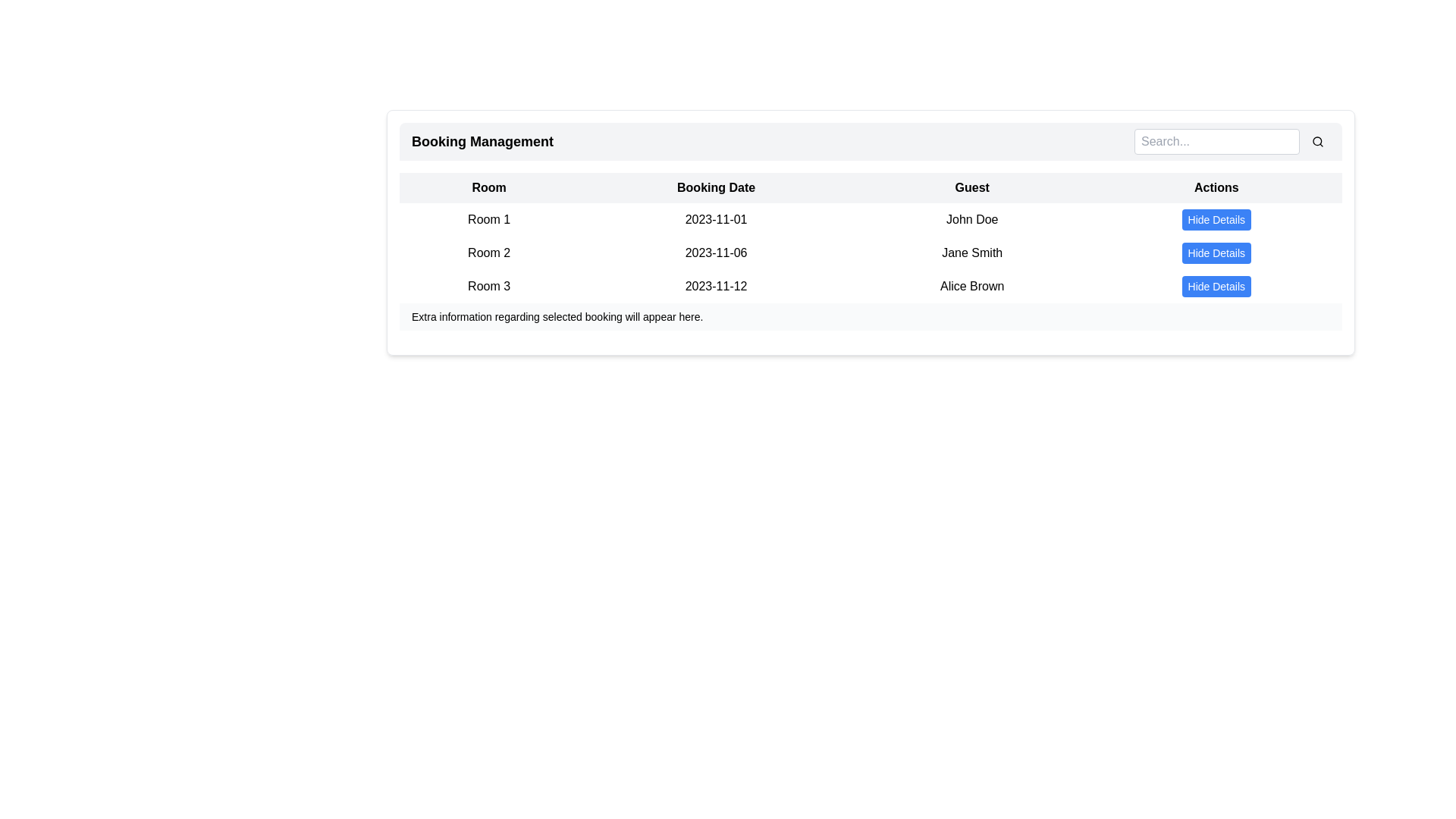 Image resolution: width=1456 pixels, height=819 pixels. I want to click on the Text label that displays the guest name associated with a booking entry, located in the third row of the table under the 'Guest' column, so click(972, 287).